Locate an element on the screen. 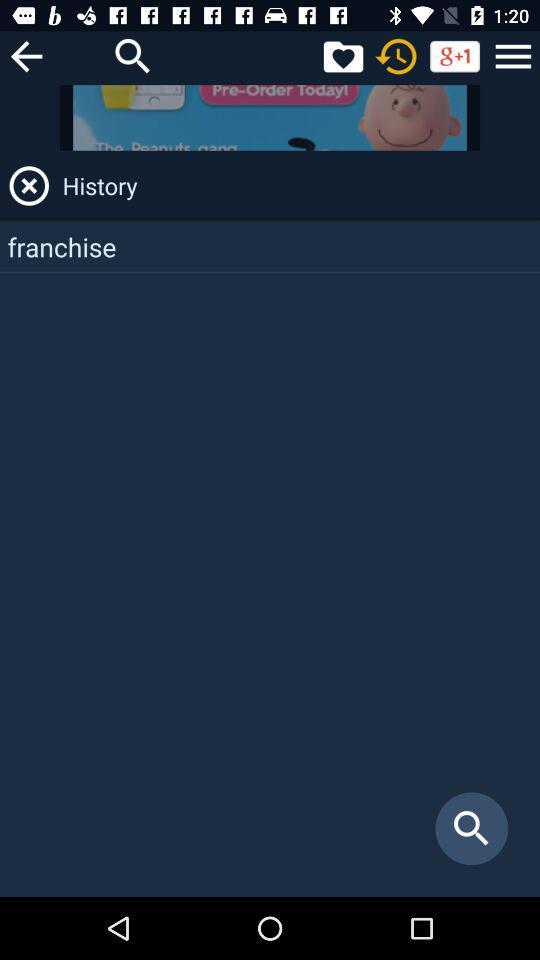  the history is located at coordinates (297, 185).